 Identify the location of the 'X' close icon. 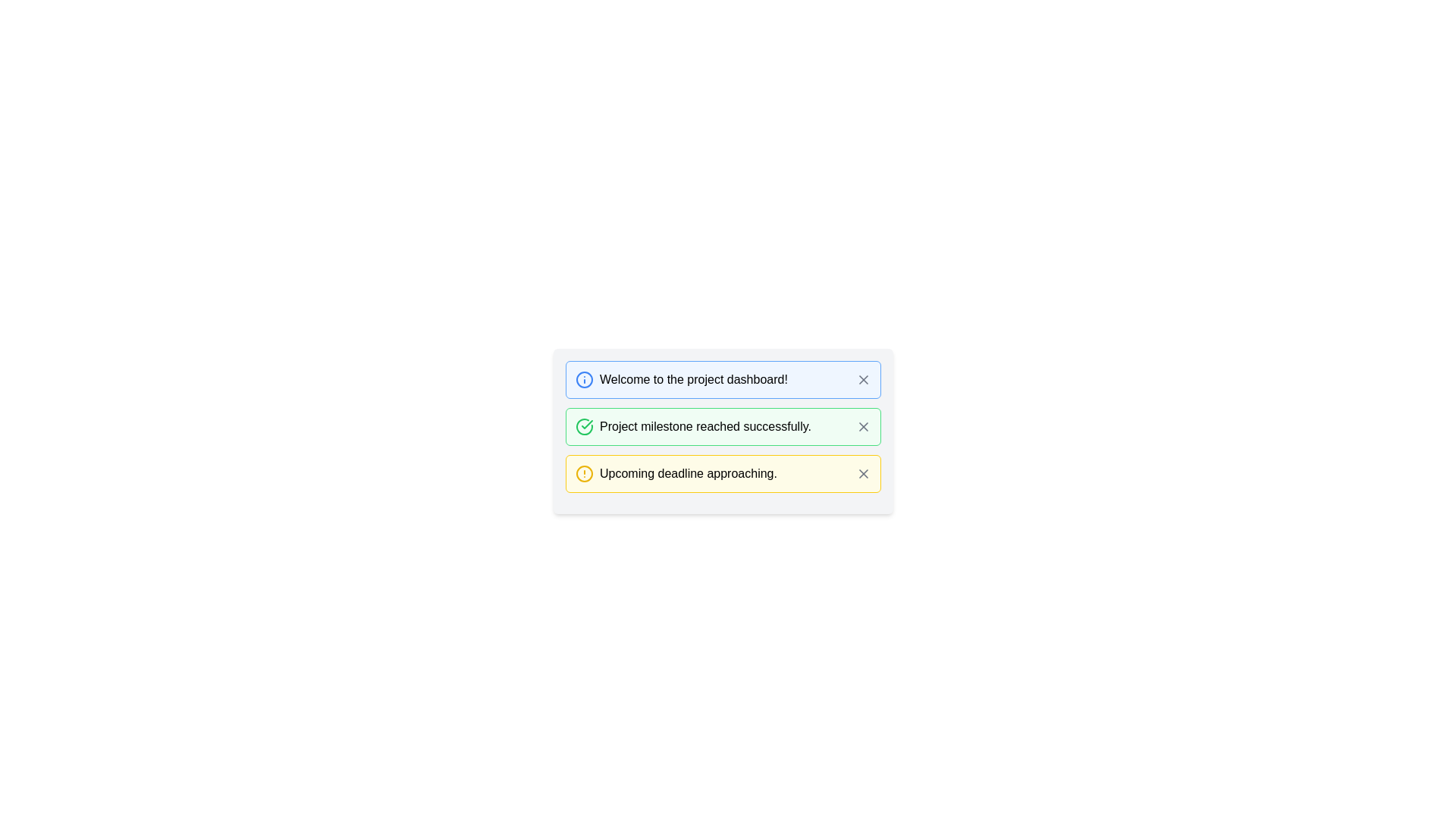
(863, 472).